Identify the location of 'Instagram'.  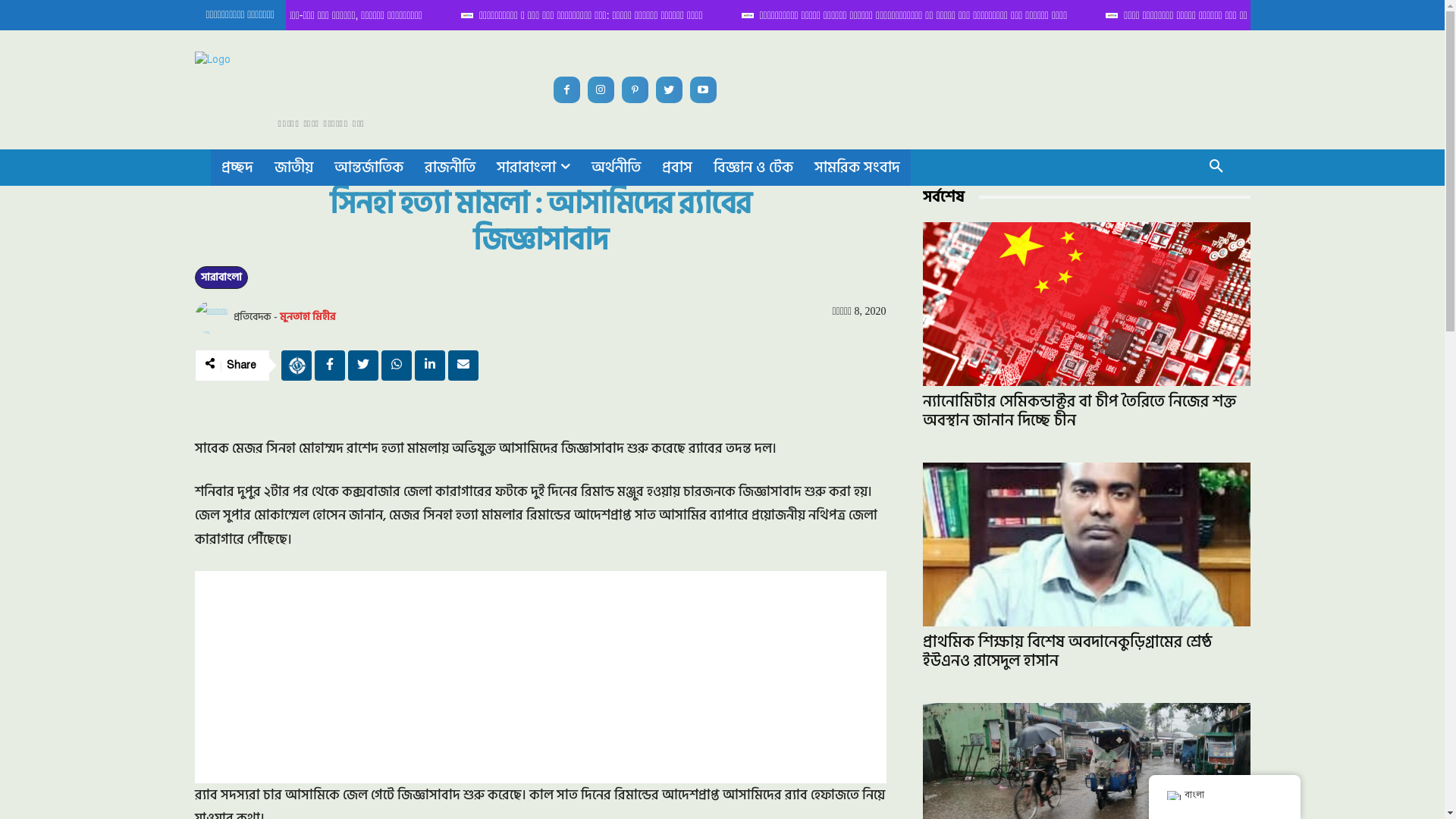
(600, 89).